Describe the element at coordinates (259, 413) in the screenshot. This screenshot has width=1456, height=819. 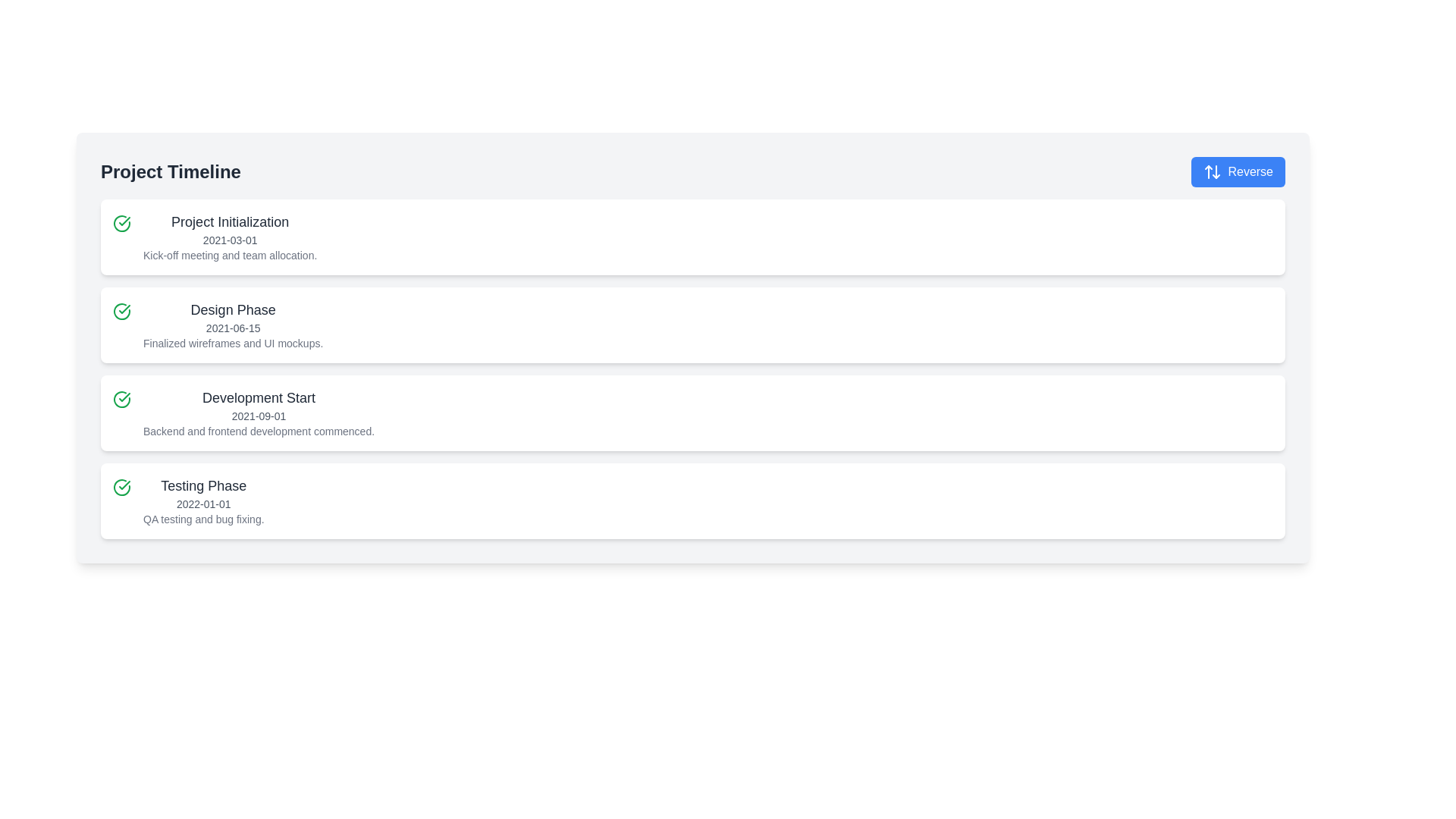
I see `the 'Development Start' text block, which contains the heading, date, and descriptive text, to interact with nearby related elements` at that location.